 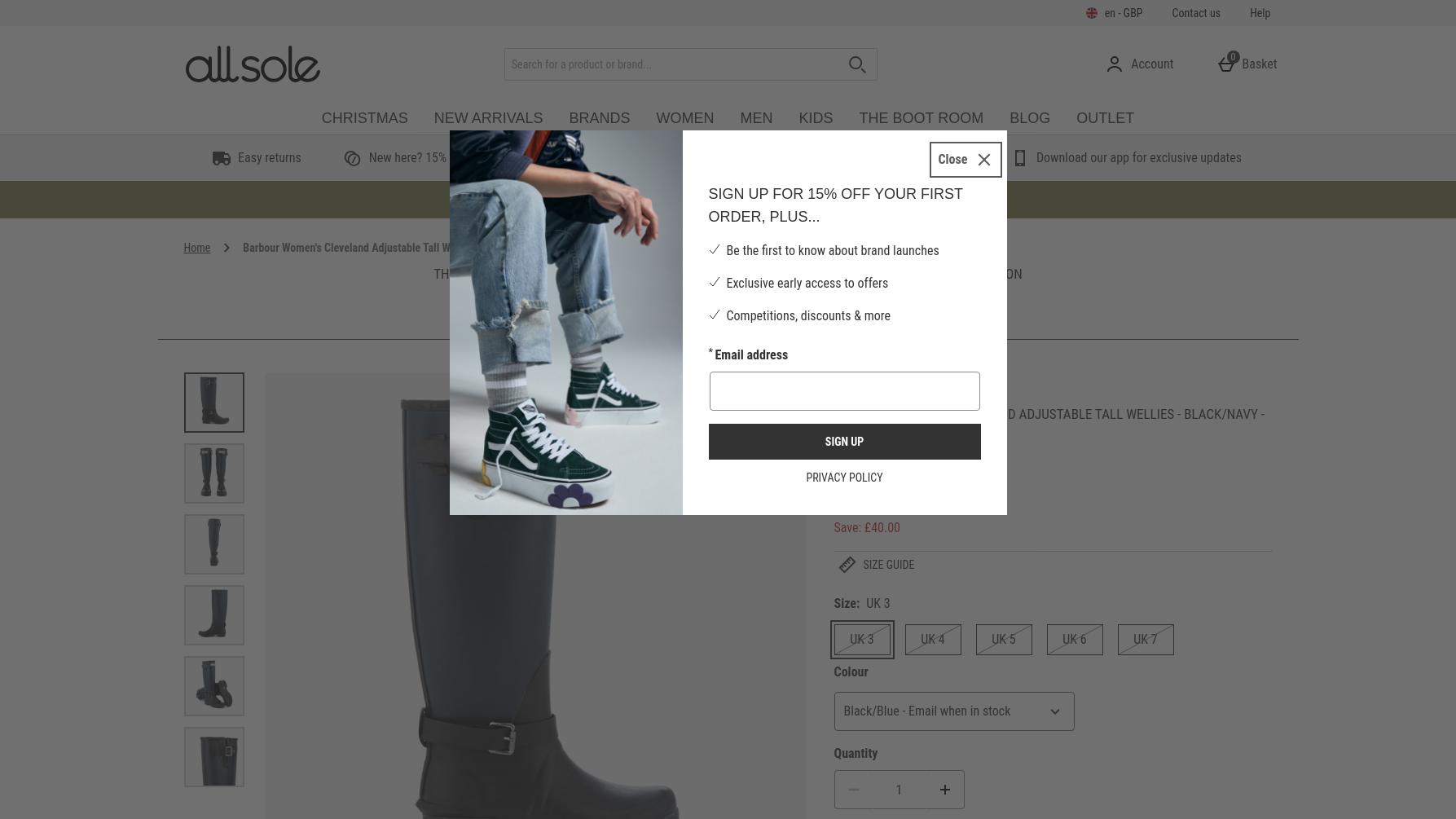 I want to click on 'Help', so click(x=1249, y=12).